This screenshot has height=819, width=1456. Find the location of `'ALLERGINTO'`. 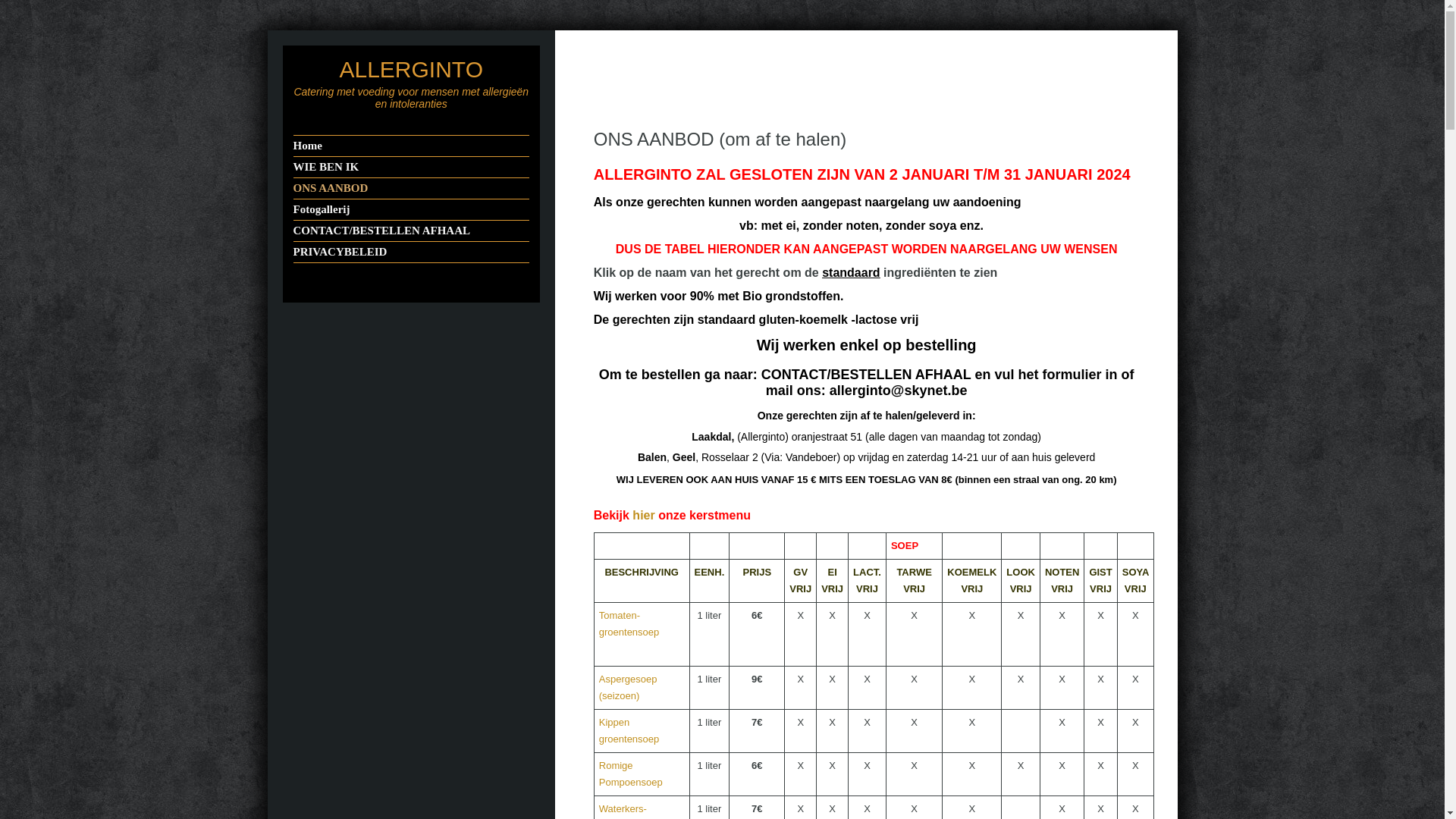

'ALLERGINTO' is located at coordinates (337, 69).